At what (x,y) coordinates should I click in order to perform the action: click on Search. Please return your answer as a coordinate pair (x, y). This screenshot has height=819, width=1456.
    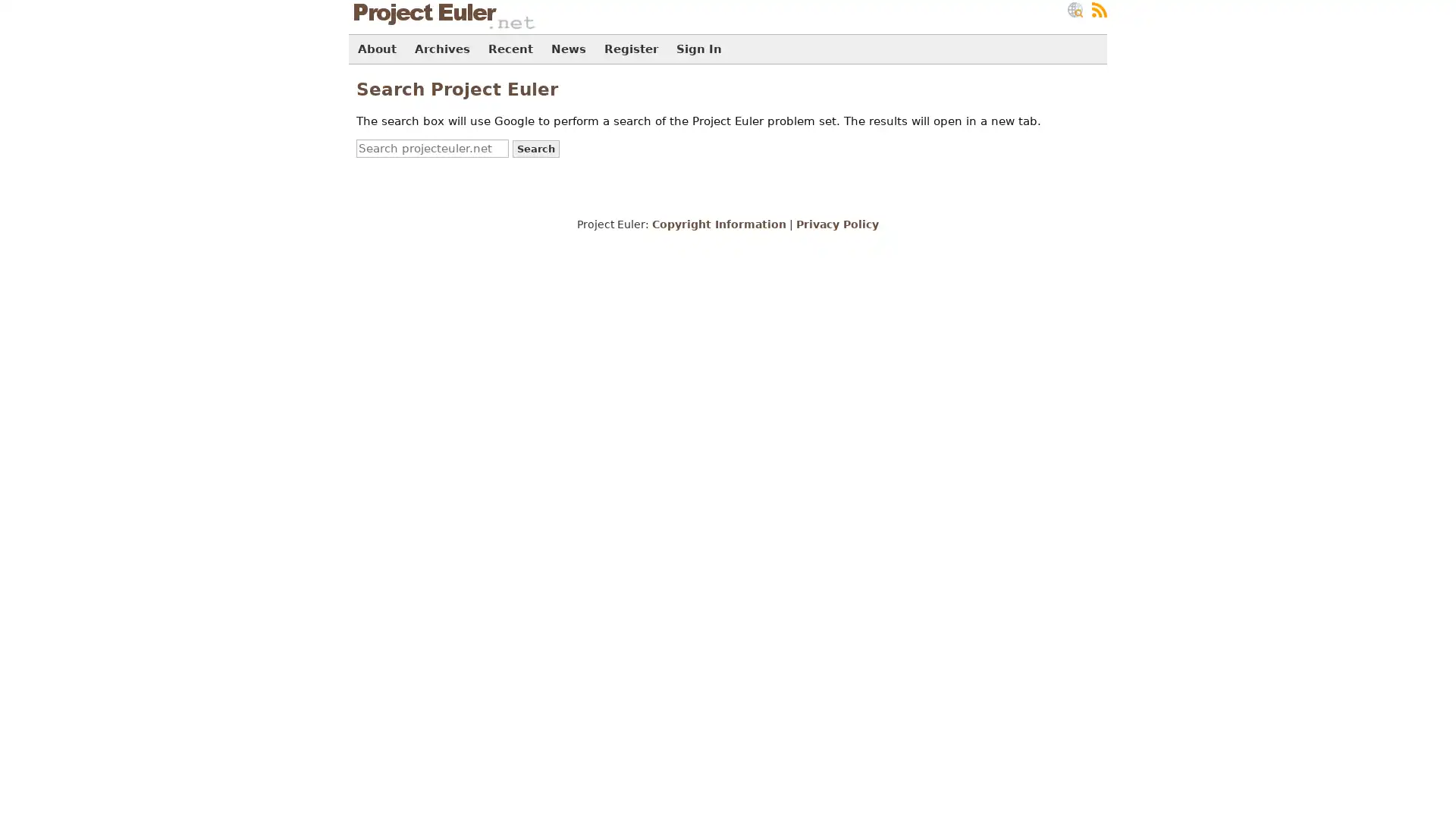
    Looking at the image, I should click on (535, 149).